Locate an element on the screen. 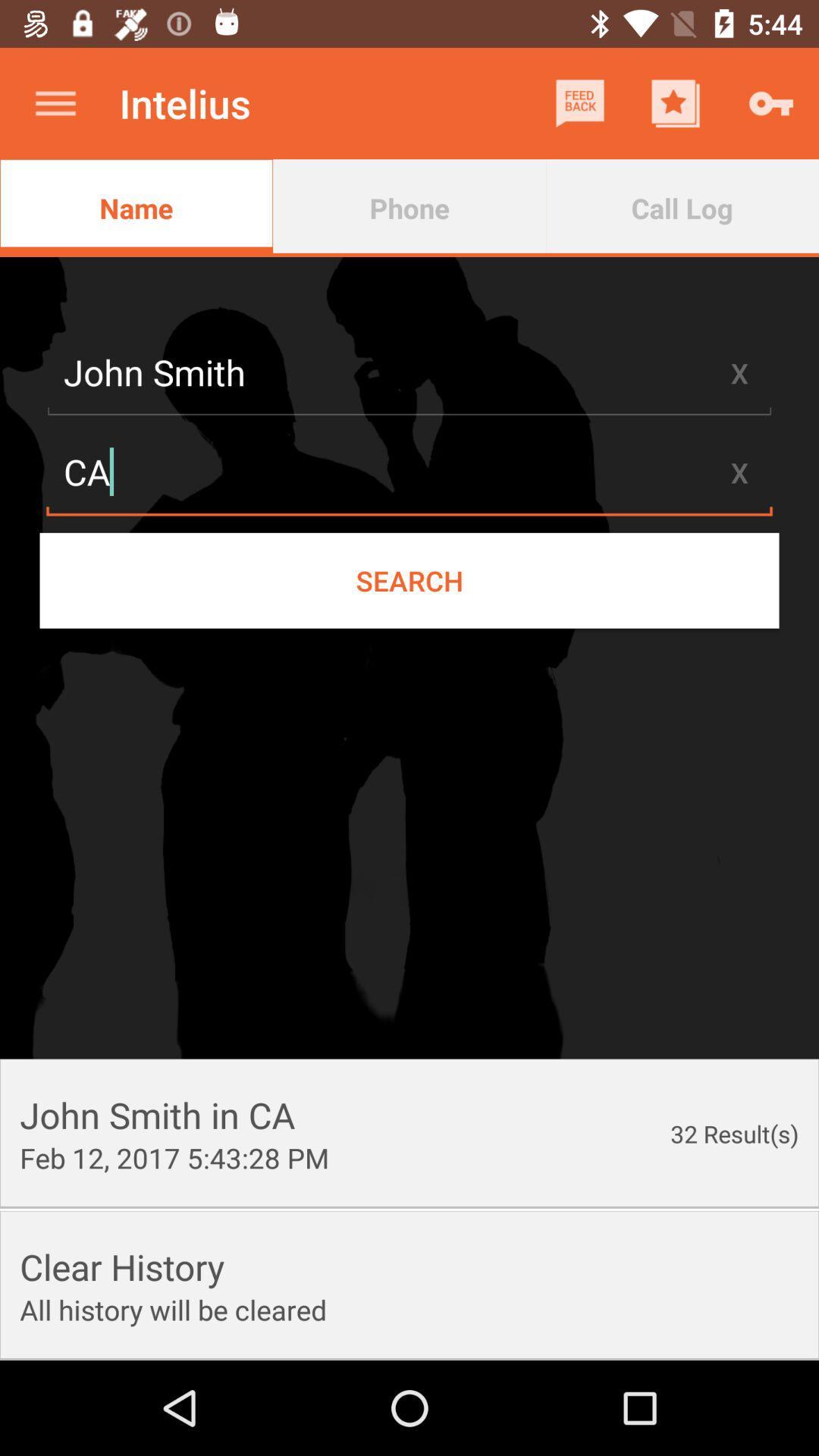 The width and height of the screenshot is (819, 1456). feb 12 2017 app is located at coordinates (174, 1156).